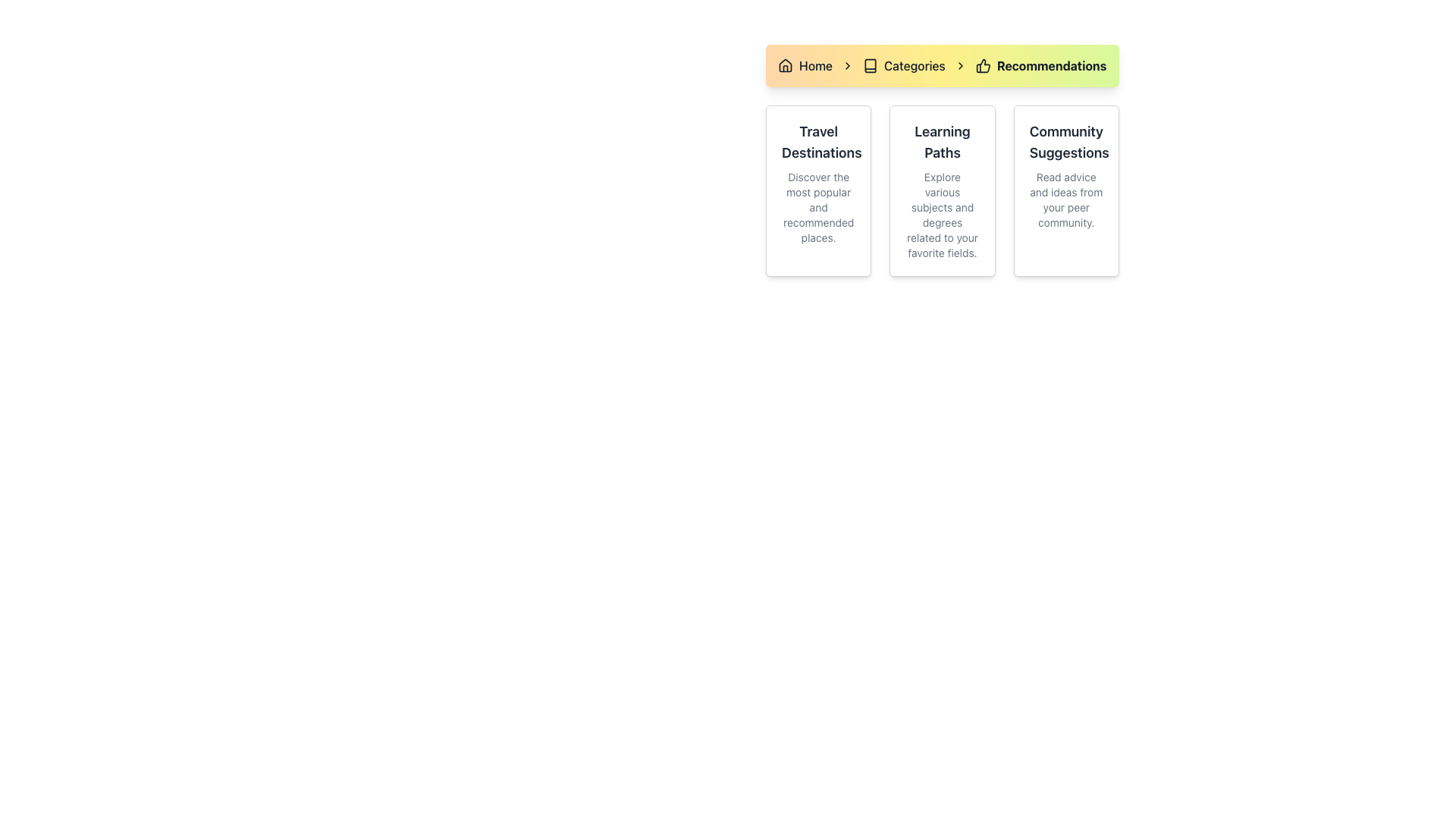 The height and width of the screenshot is (819, 1456). Describe the element at coordinates (904, 65) in the screenshot. I see `the 'Categories' navigation link, which features an open book icon followed by bold text, located between 'Home' and 'Recommendations' in the top navigation section` at that location.